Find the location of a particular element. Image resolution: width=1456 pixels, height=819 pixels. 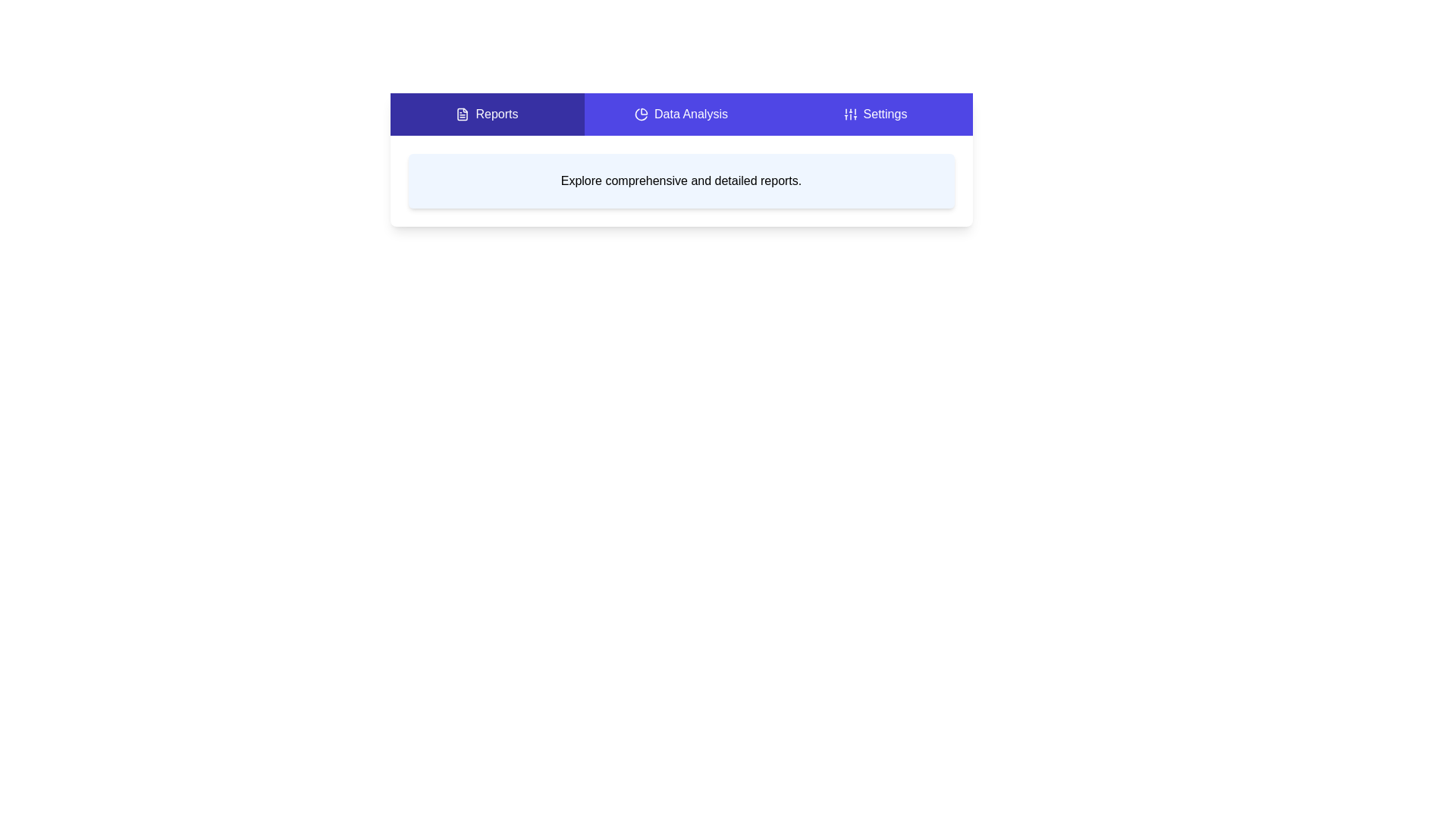

the tab header labeled Settings is located at coordinates (875, 113).